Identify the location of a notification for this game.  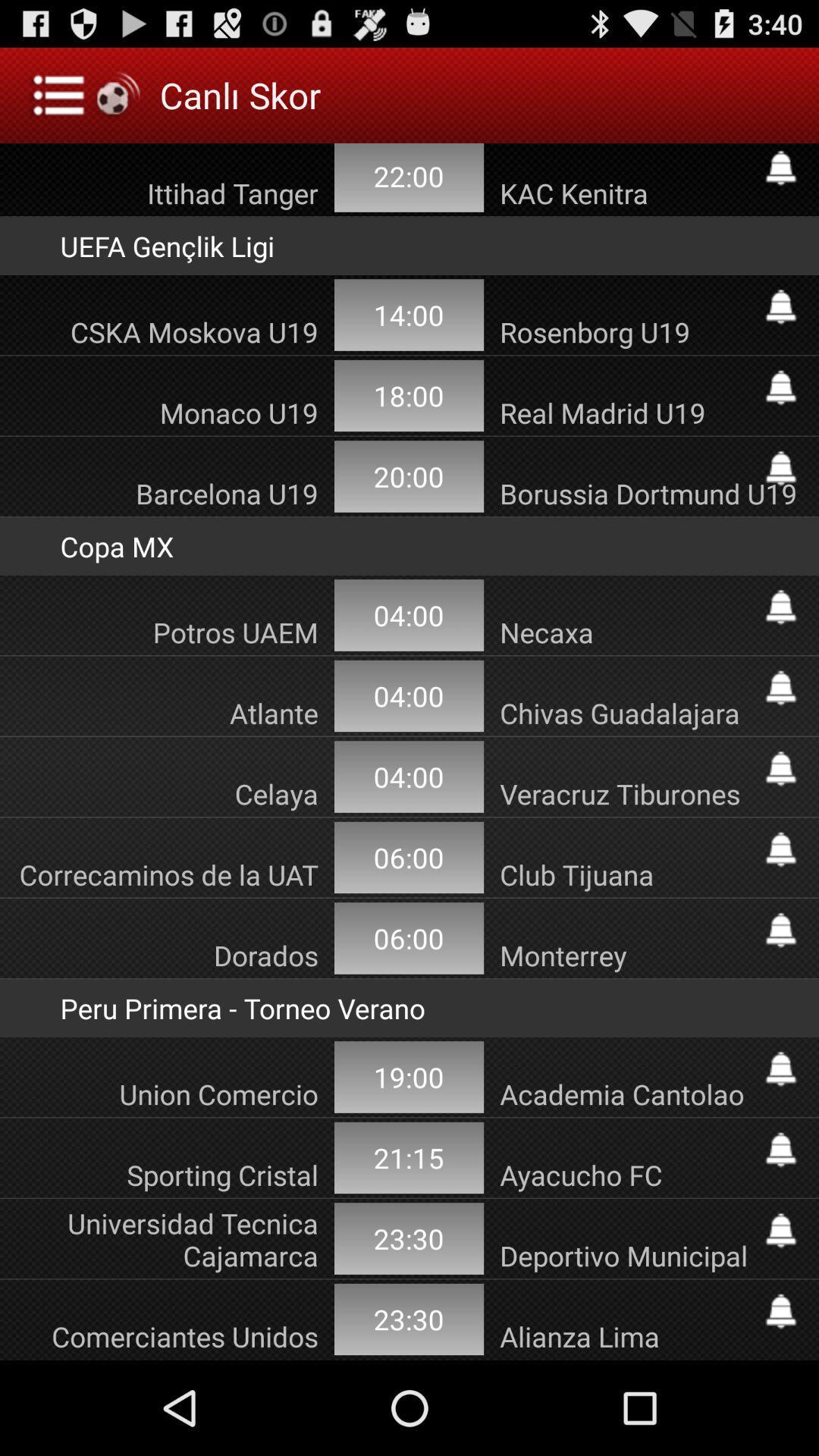
(780, 1310).